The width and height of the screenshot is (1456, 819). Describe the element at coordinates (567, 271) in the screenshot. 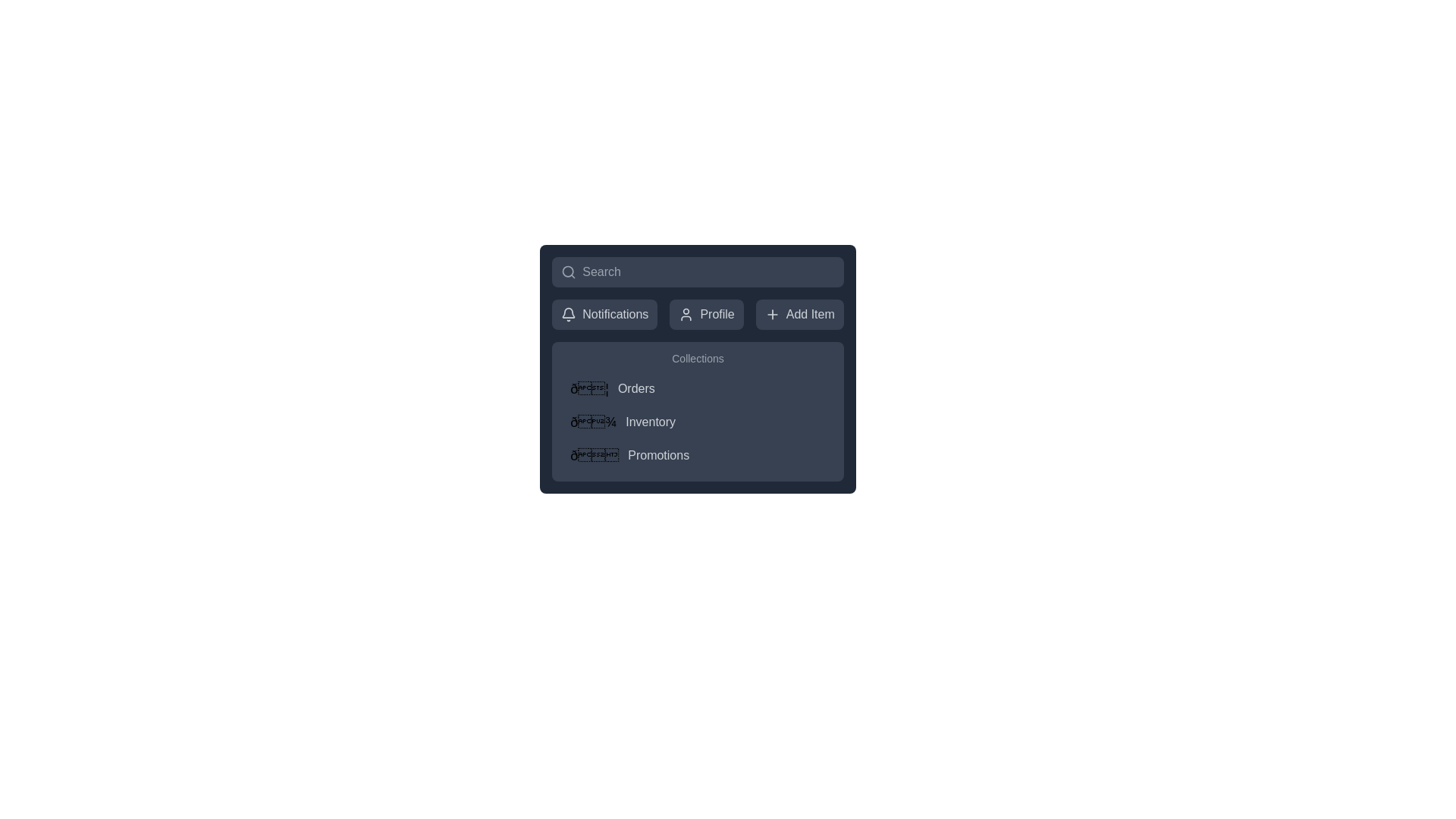

I see `the magnifying glass icon located at the leftmost position of the search bar` at that location.